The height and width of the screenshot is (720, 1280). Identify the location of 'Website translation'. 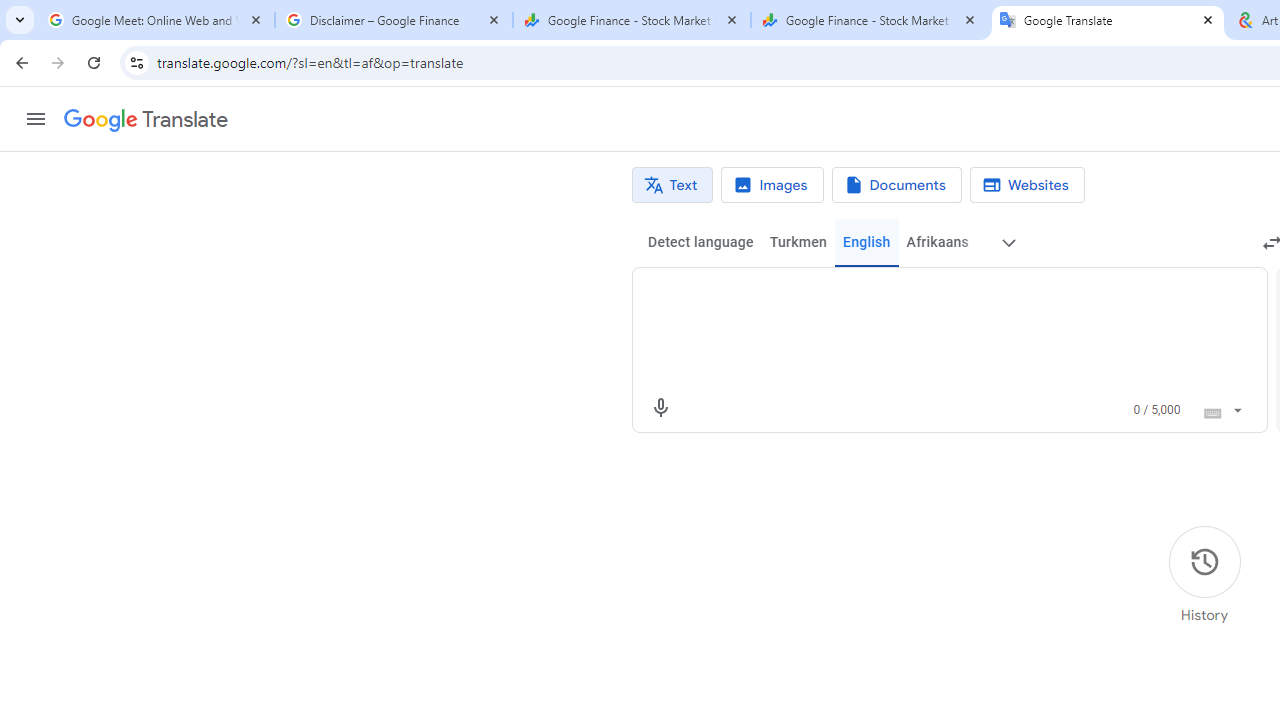
(1027, 185).